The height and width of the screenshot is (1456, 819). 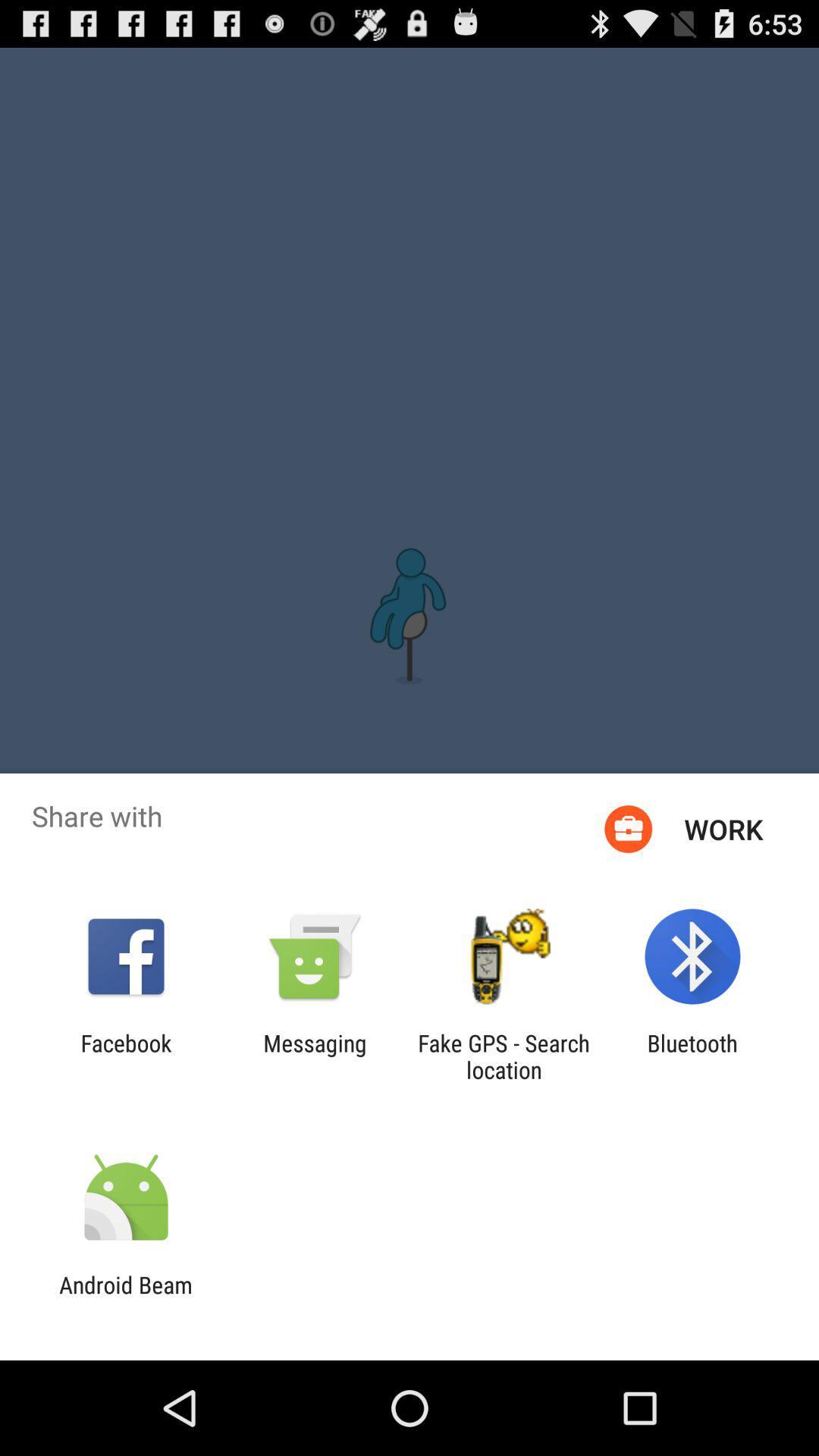 What do you see at coordinates (314, 1056) in the screenshot?
I see `the messaging item` at bounding box center [314, 1056].